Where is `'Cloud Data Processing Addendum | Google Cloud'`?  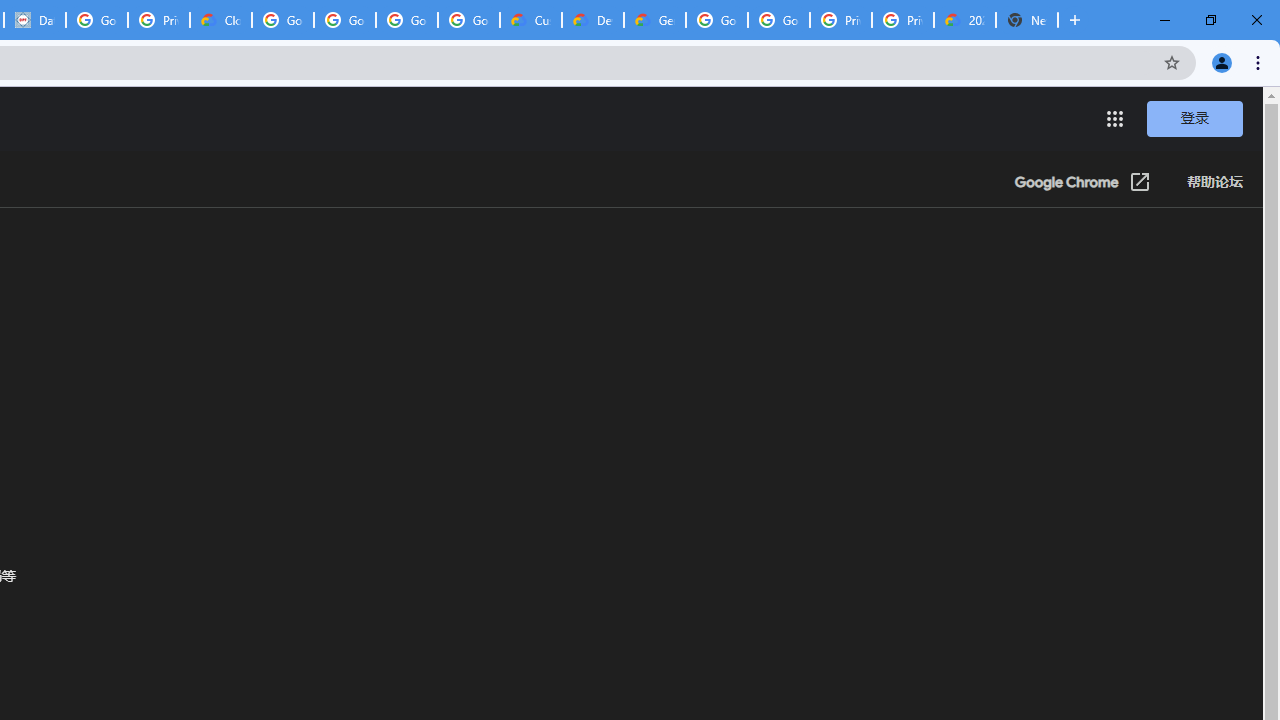 'Cloud Data Processing Addendum | Google Cloud' is located at coordinates (220, 20).